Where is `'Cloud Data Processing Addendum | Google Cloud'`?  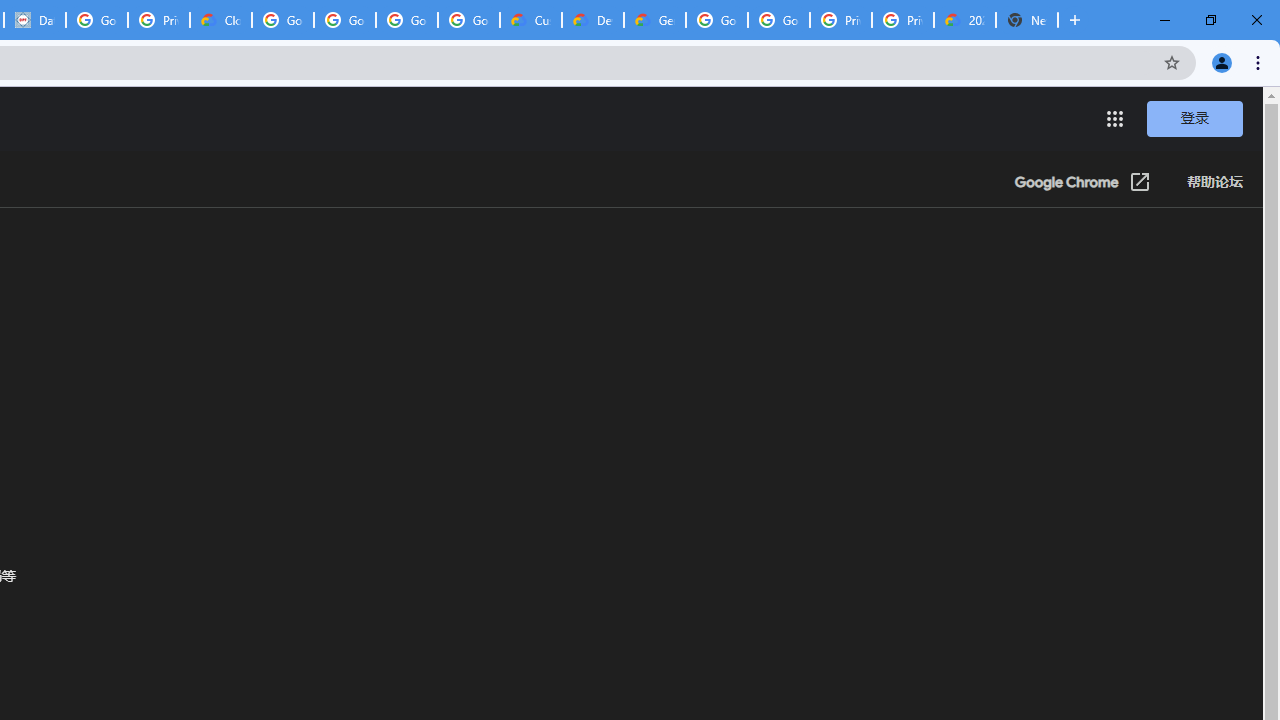 'Cloud Data Processing Addendum | Google Cloud' is located at coordinates (220, 20).